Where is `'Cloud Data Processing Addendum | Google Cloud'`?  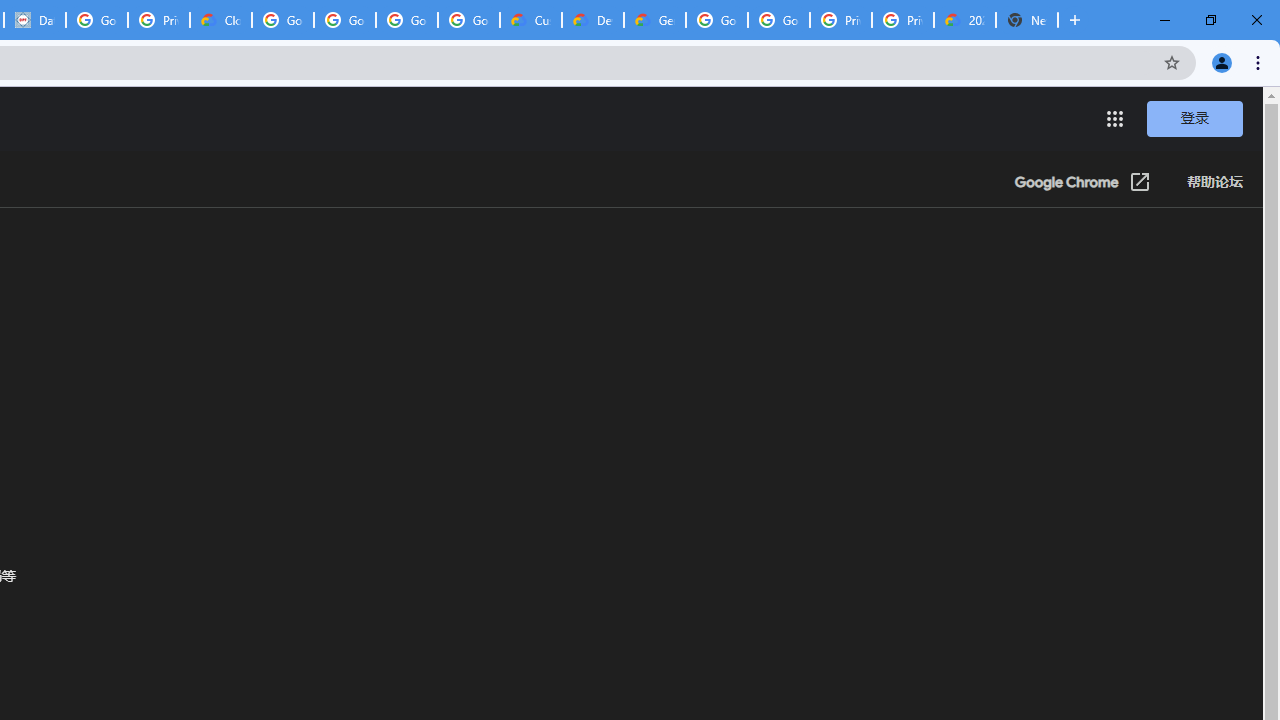 'Cloud Data Processing Addendum | Google Cloud' is located at coordinates (220, 20).